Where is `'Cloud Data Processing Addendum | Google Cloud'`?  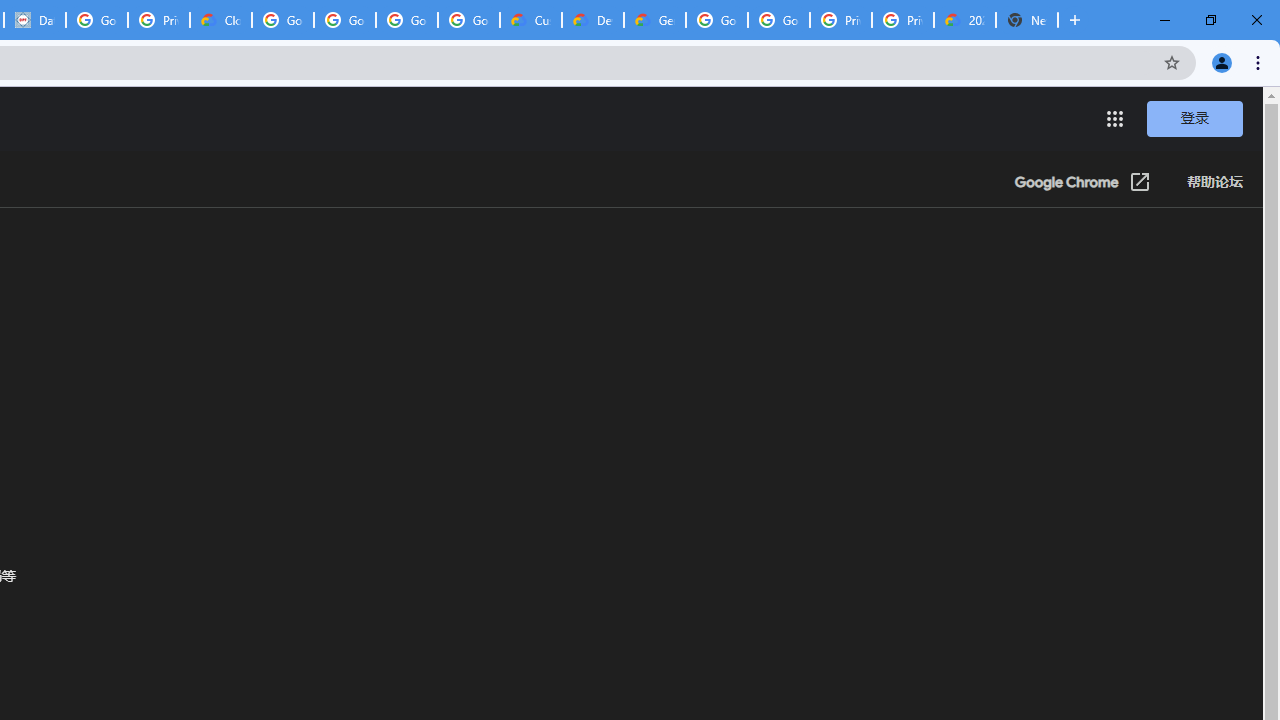 'Cloud Data Processing Addendum | Google Cloud' is located at coordinates (220, 20).